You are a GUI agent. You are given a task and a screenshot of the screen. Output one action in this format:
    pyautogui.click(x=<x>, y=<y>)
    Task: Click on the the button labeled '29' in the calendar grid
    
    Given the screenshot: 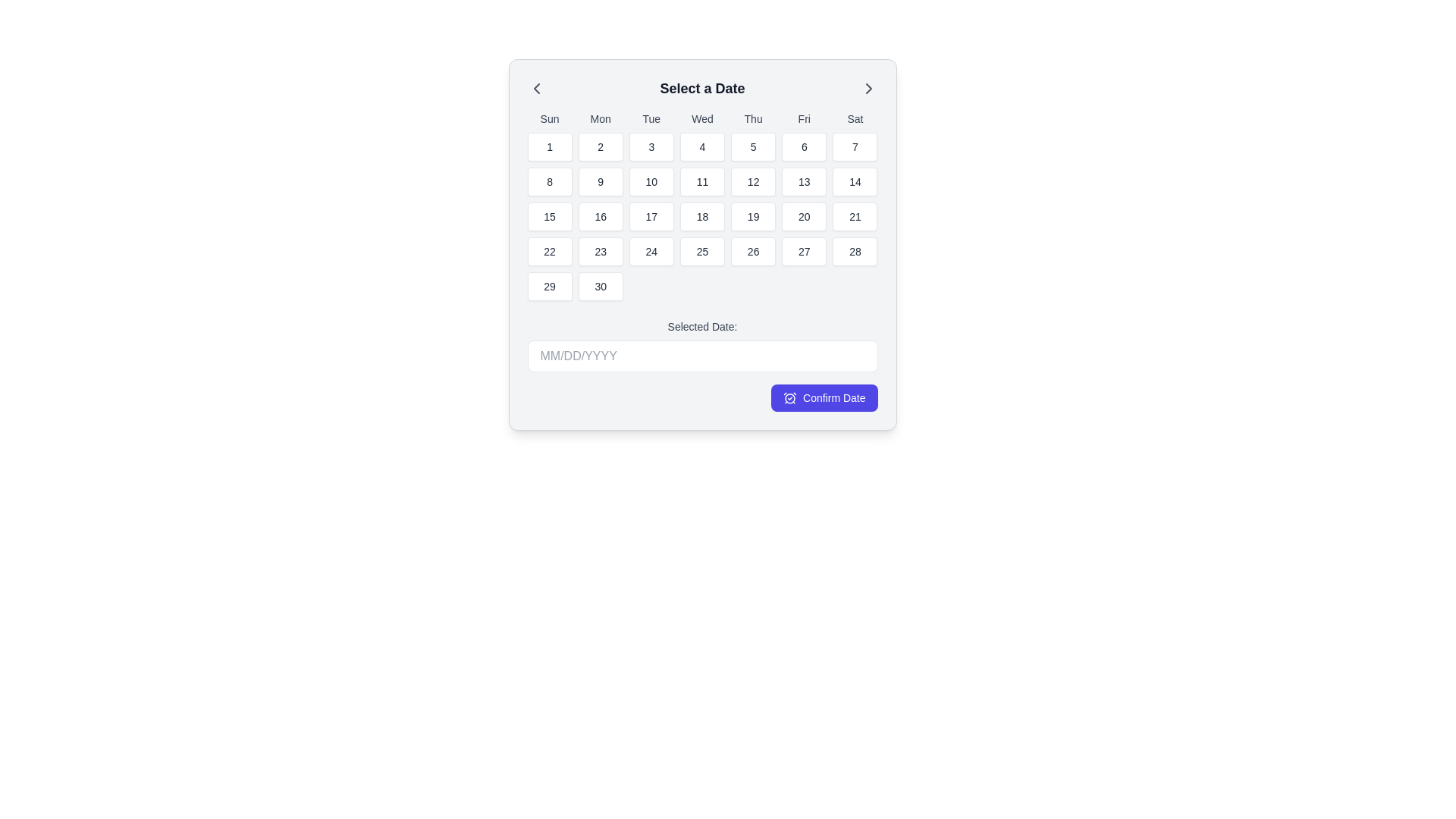 What is the action you would take?
    pyautogui.click(x=548, y=287)
    